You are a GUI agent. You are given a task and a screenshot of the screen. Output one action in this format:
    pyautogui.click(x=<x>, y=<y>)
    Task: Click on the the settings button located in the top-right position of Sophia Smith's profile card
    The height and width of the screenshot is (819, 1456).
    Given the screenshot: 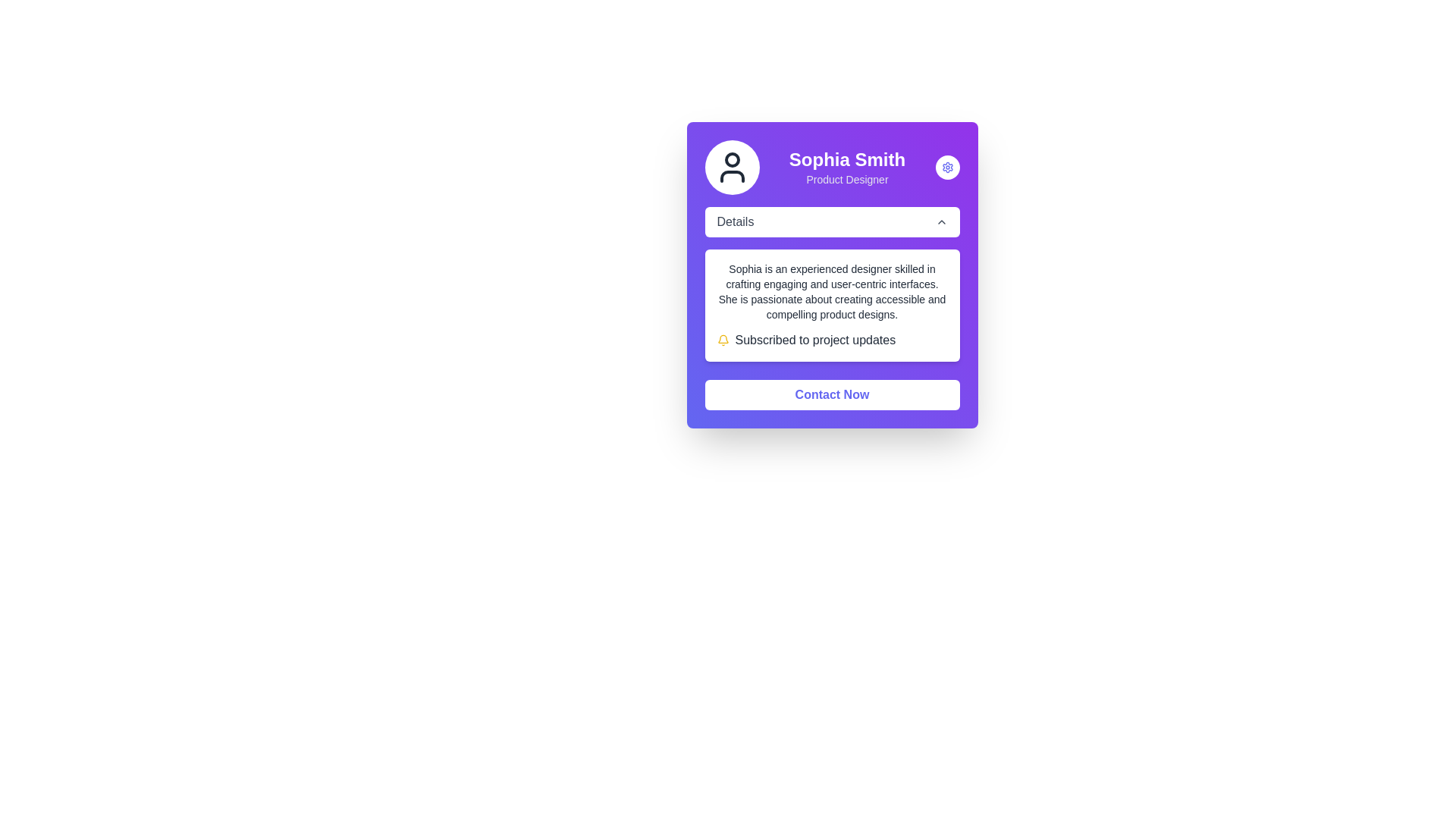 What is the action you would take?
    pyautogui.click(x=946, y=167)
    